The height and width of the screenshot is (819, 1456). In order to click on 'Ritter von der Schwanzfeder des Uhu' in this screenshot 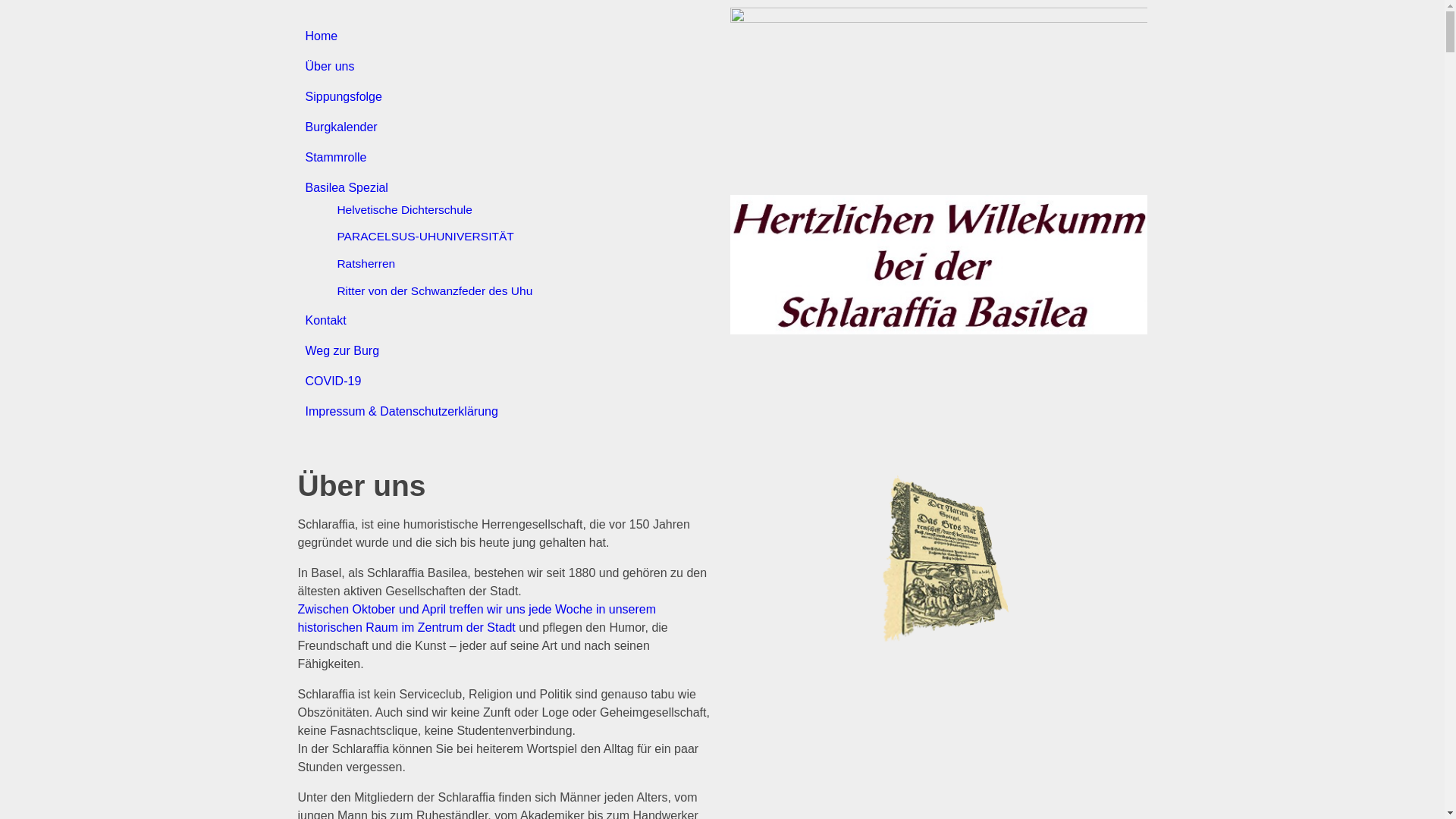, I will do `click(433, 290)`.